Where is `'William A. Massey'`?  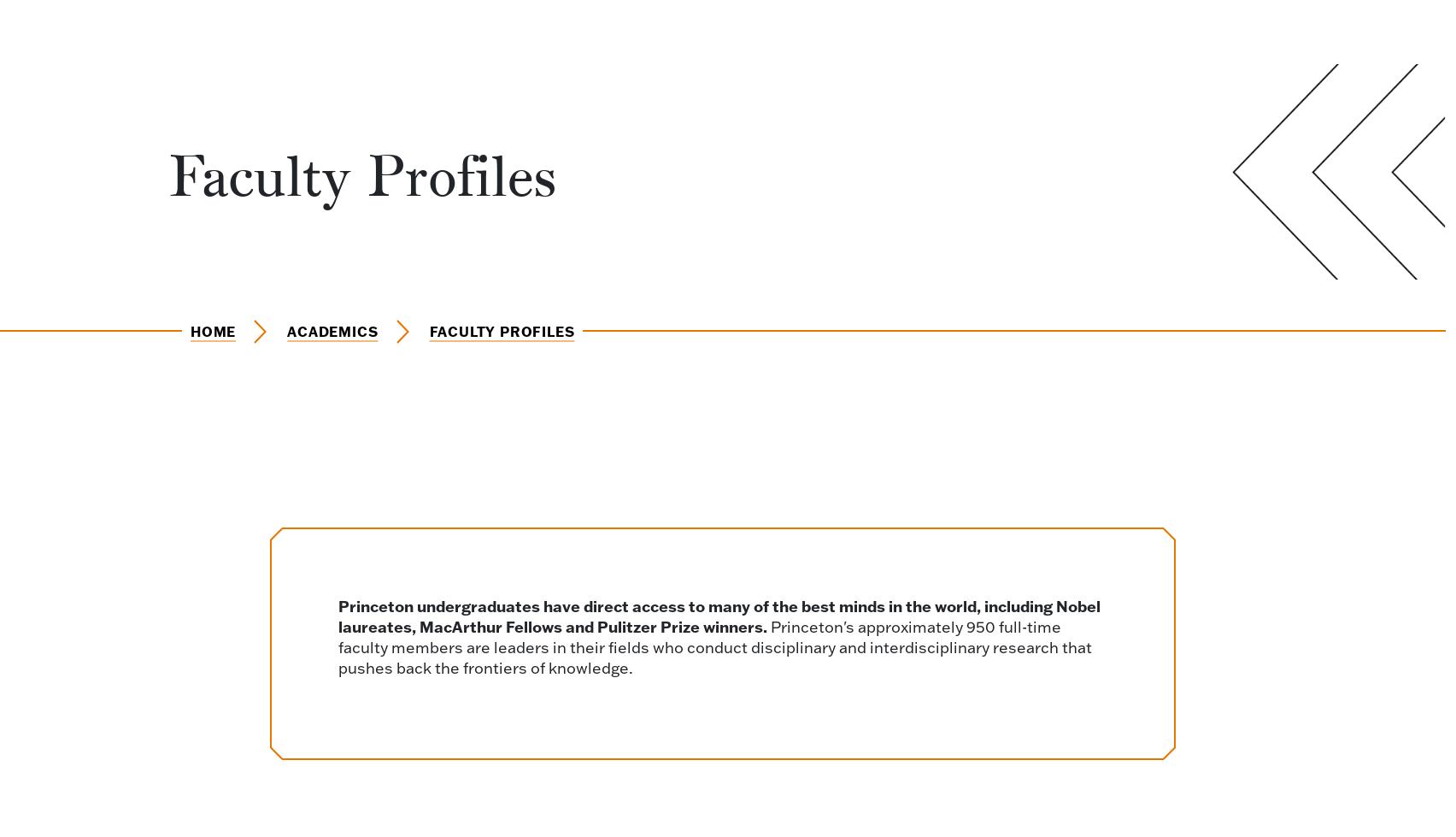
'William A. Massey' is located at coordinates (1035, 63).